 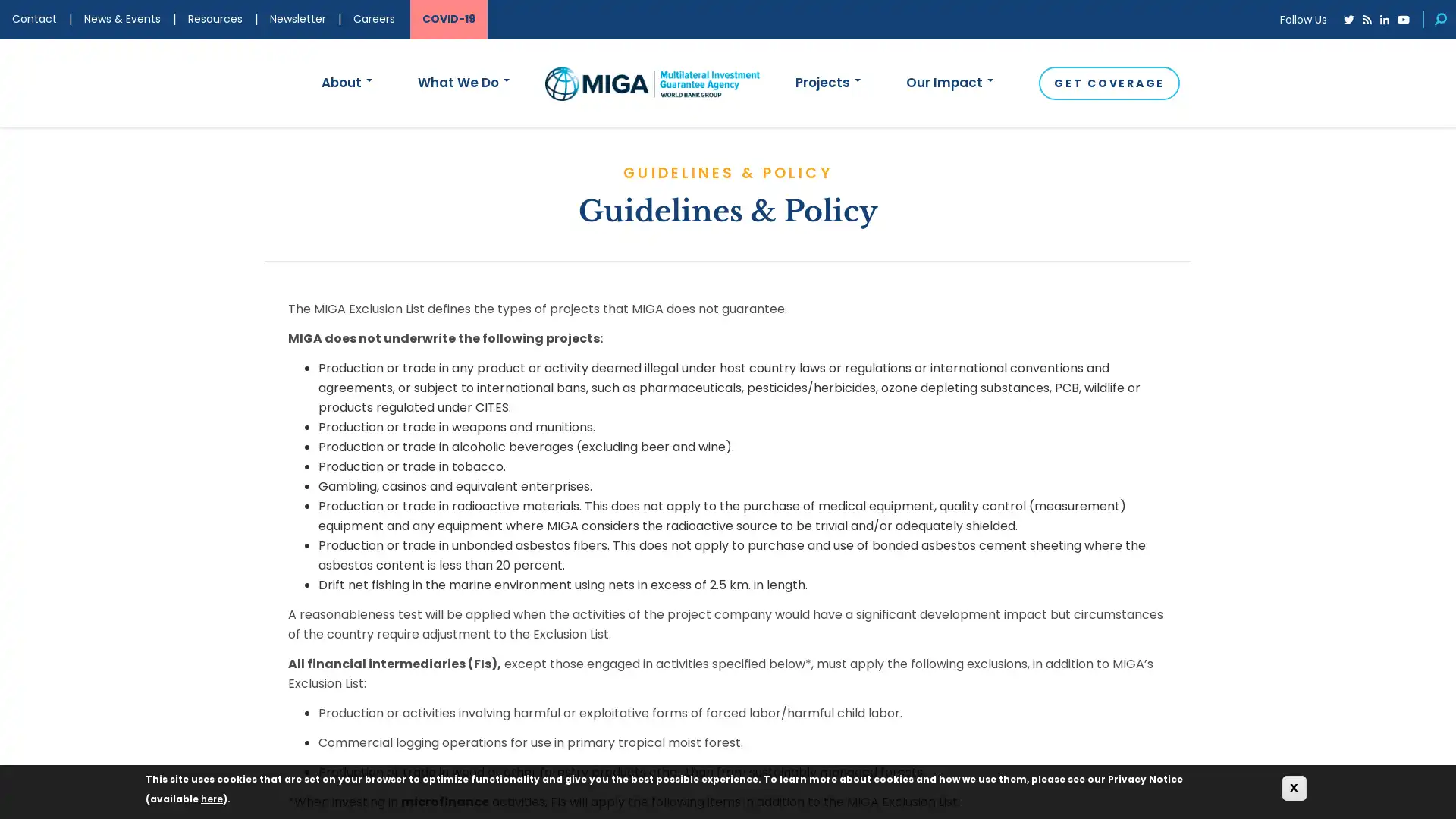 What do you see at coordinates (1294, 787) in the screenshot?
I see `X` at bounding box center [1294, 787].